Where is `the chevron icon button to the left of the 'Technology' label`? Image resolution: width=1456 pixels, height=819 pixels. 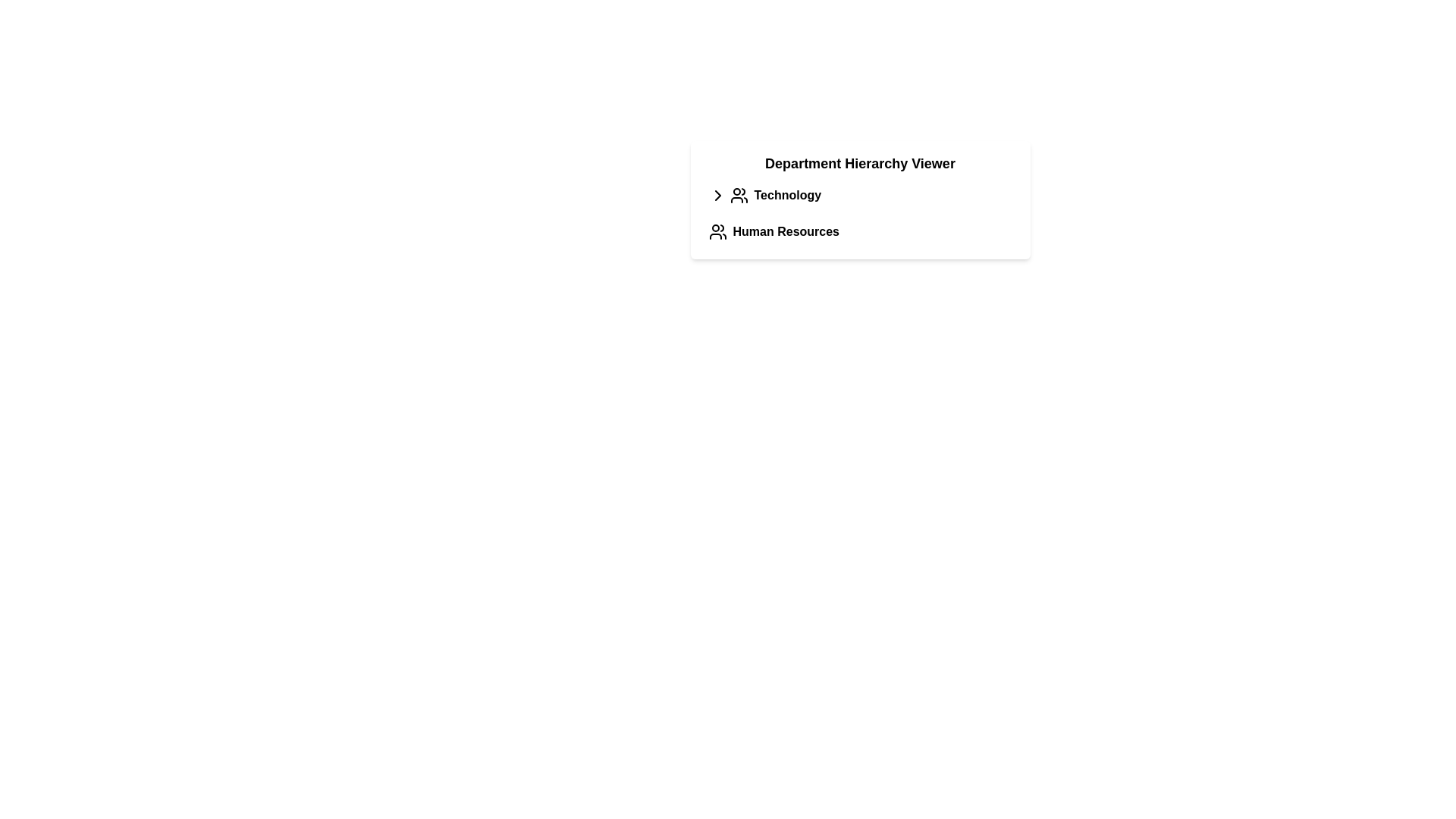
the chevron icon button to the left of the 'Technology' label is located at coordinates (717, 195).